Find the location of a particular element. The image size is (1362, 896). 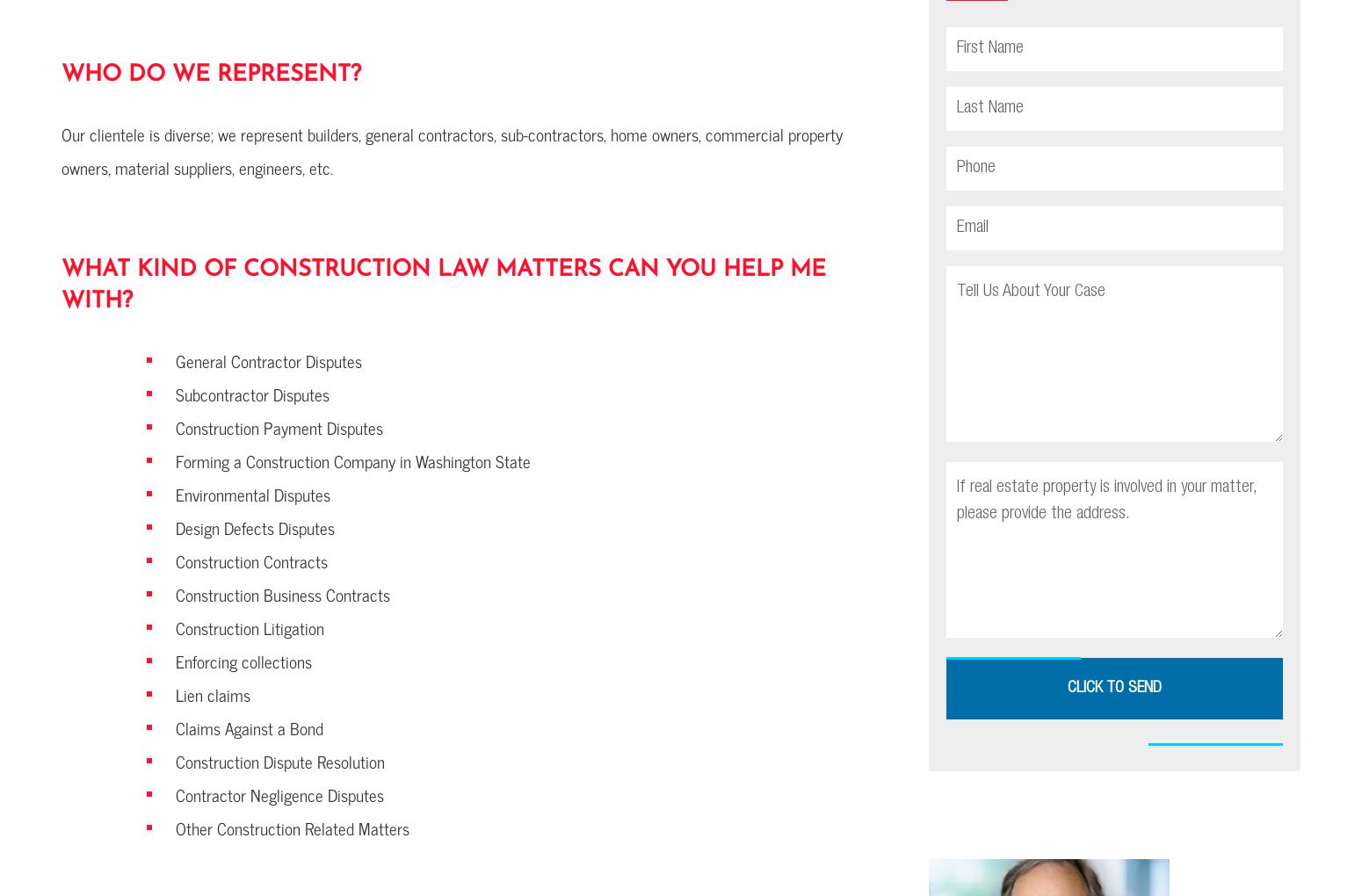

'Claims Against a Bond' is located at coordinates (249, 727).